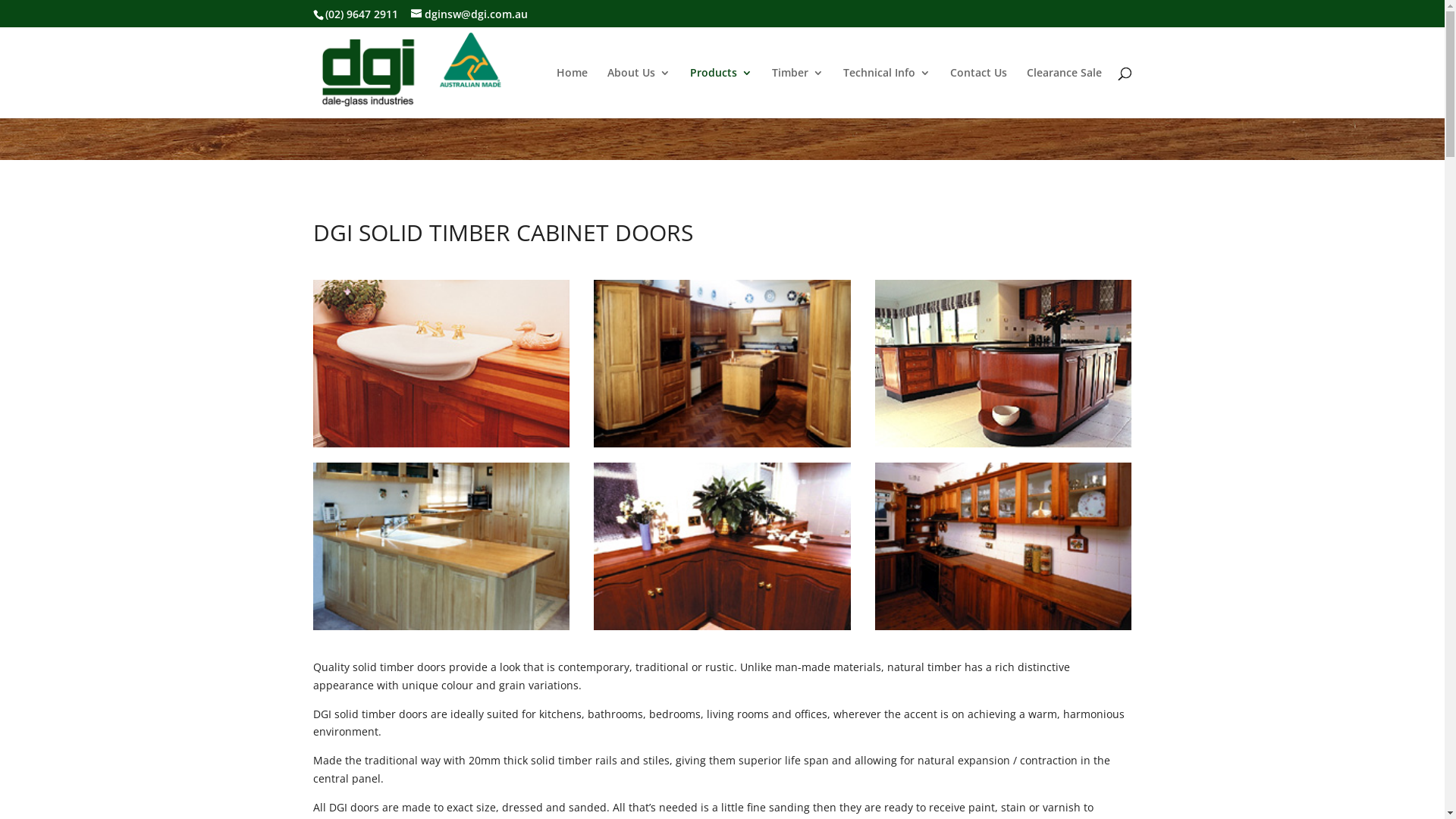 This screenshot has width=1456, height=819. What do you see at coordinates (469, 13) in the screenshot?
I see `'dginsw@dgi.com.au'` at bounding box center [469, 13].